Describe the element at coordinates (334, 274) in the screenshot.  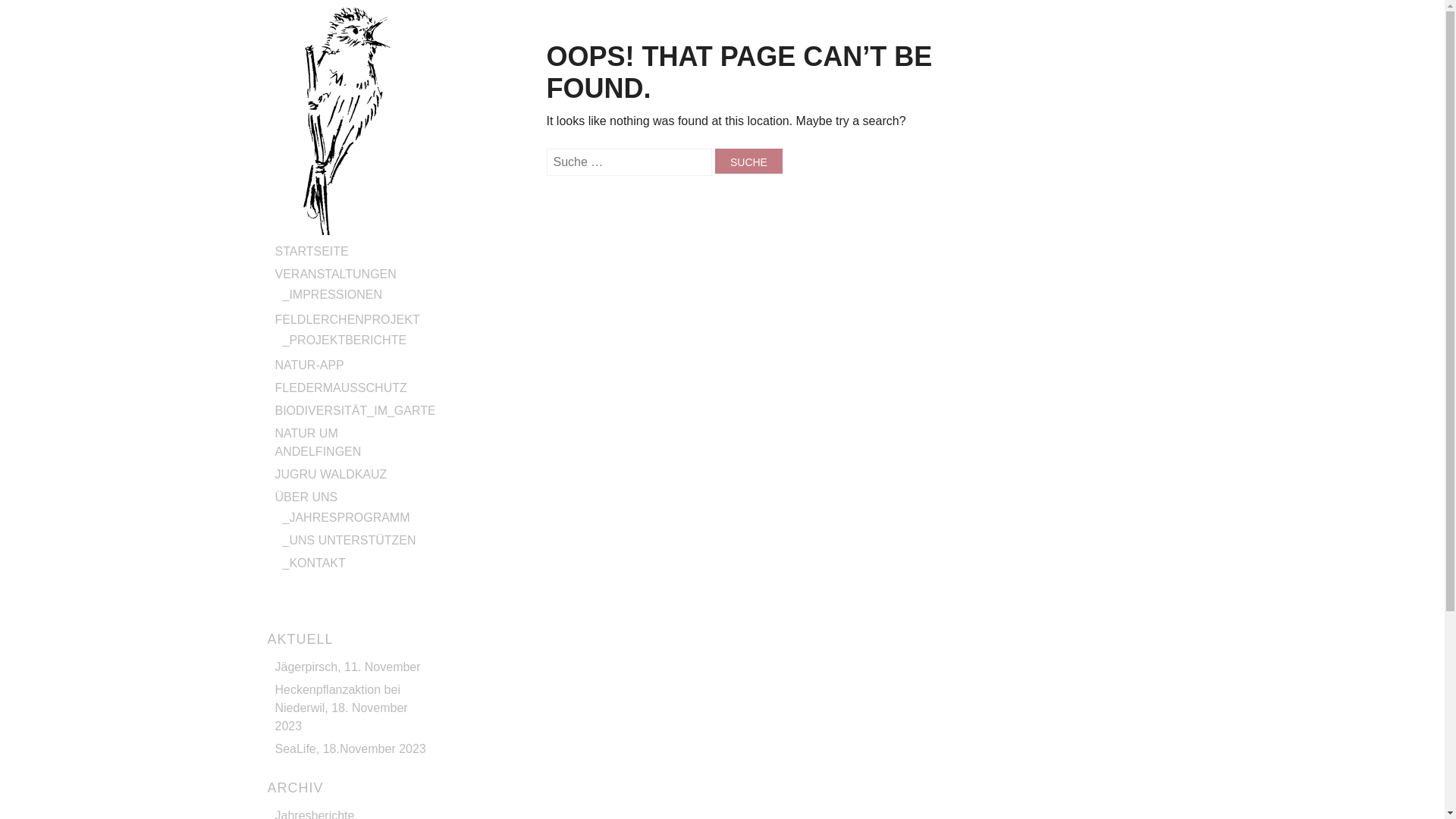
I see `'VERANSTALTUNGEN'` at that location.